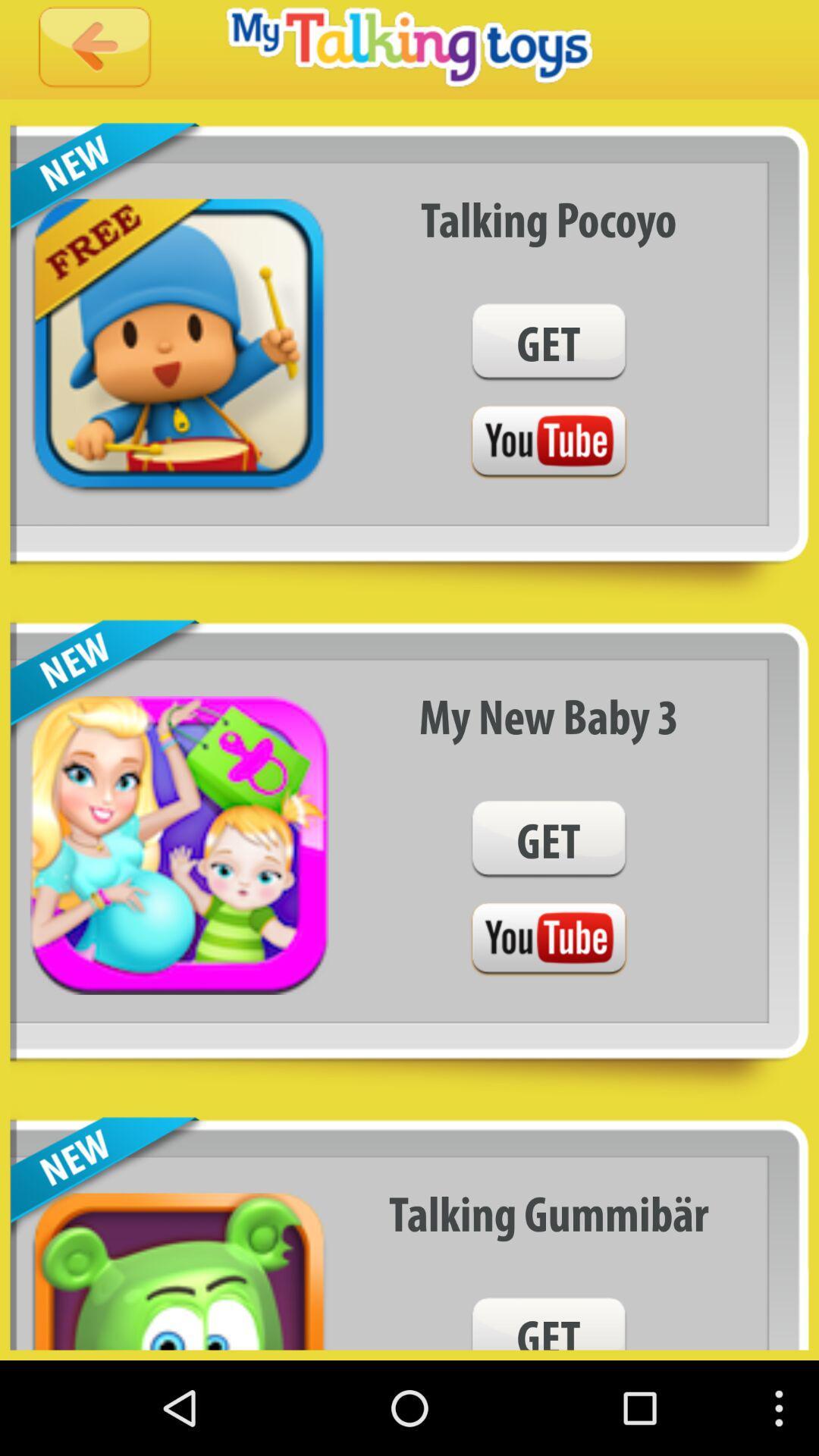 This screenshot has width=819, height=1456. Describe the element at coordinates (95, 53) in the screenshot. I see `the arrow_backward icon` at that location.